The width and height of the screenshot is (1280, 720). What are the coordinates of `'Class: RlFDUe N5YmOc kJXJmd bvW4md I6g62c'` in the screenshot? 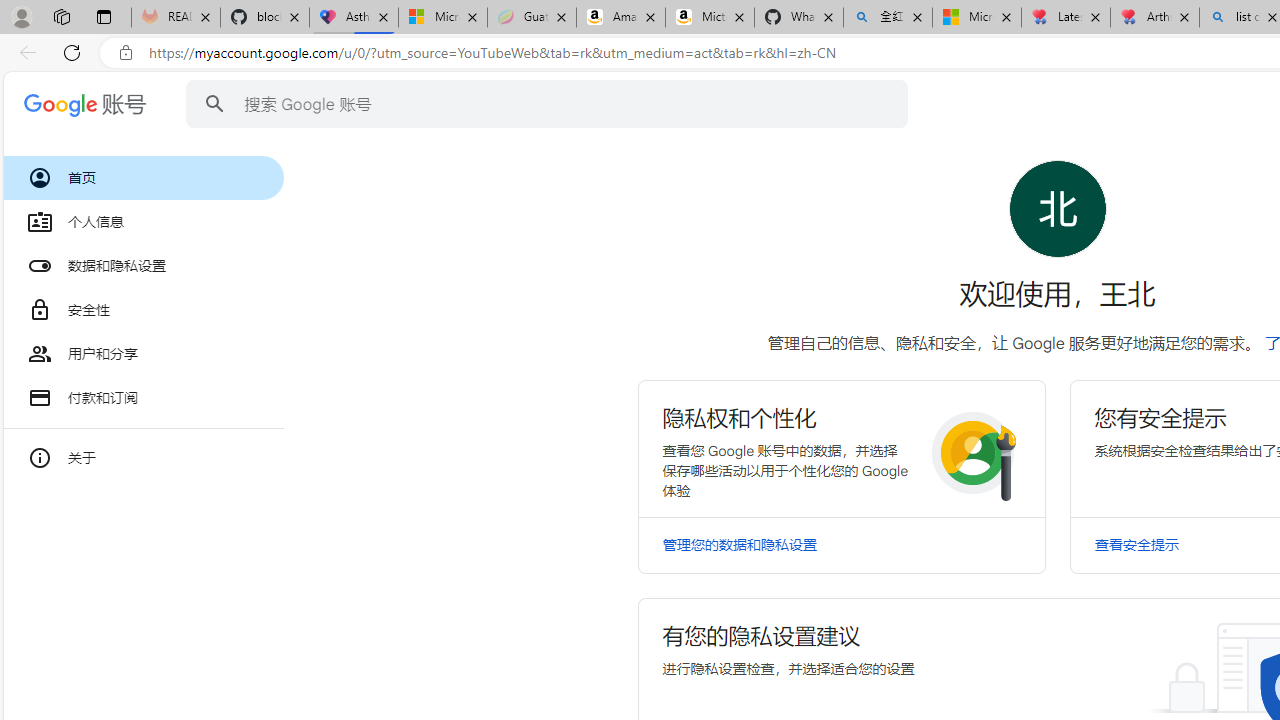 It's located at (840, 447).